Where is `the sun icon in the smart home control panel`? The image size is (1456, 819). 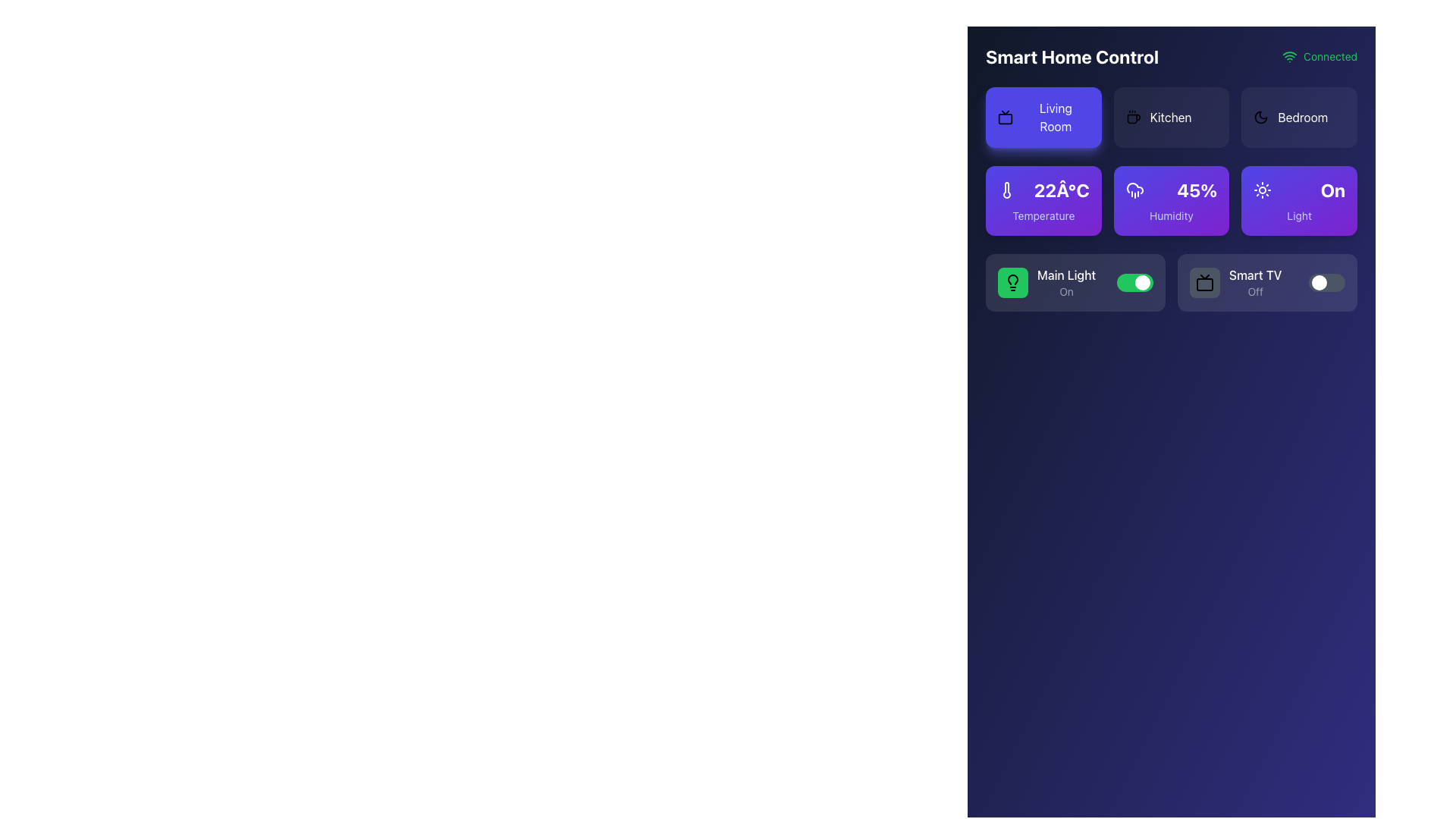 the sun icon in the smart home control panel is located at coordinates (1263, 189).